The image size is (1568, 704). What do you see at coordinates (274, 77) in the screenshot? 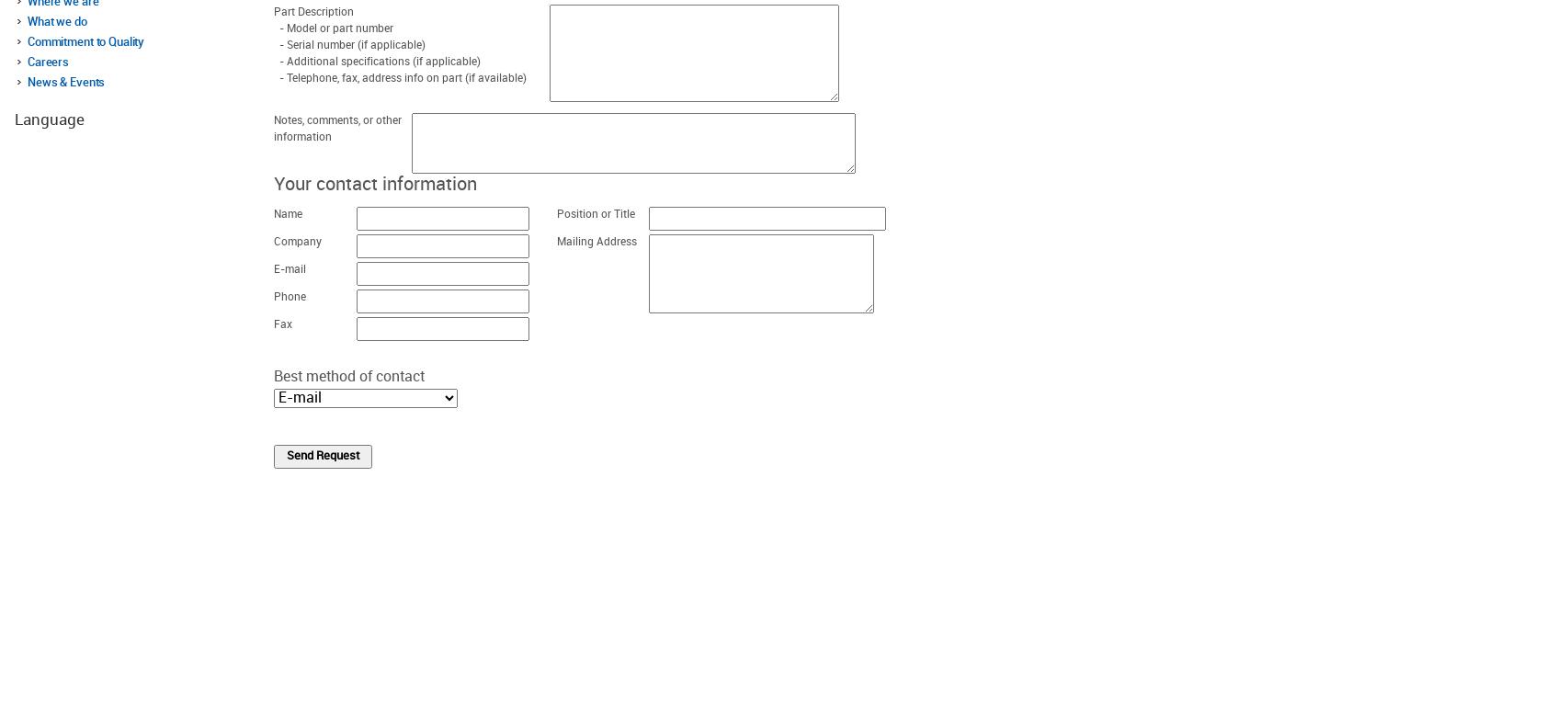
I see `'- Telephone, fax, address info on part (if available)'` at bounding box center [274, 77].